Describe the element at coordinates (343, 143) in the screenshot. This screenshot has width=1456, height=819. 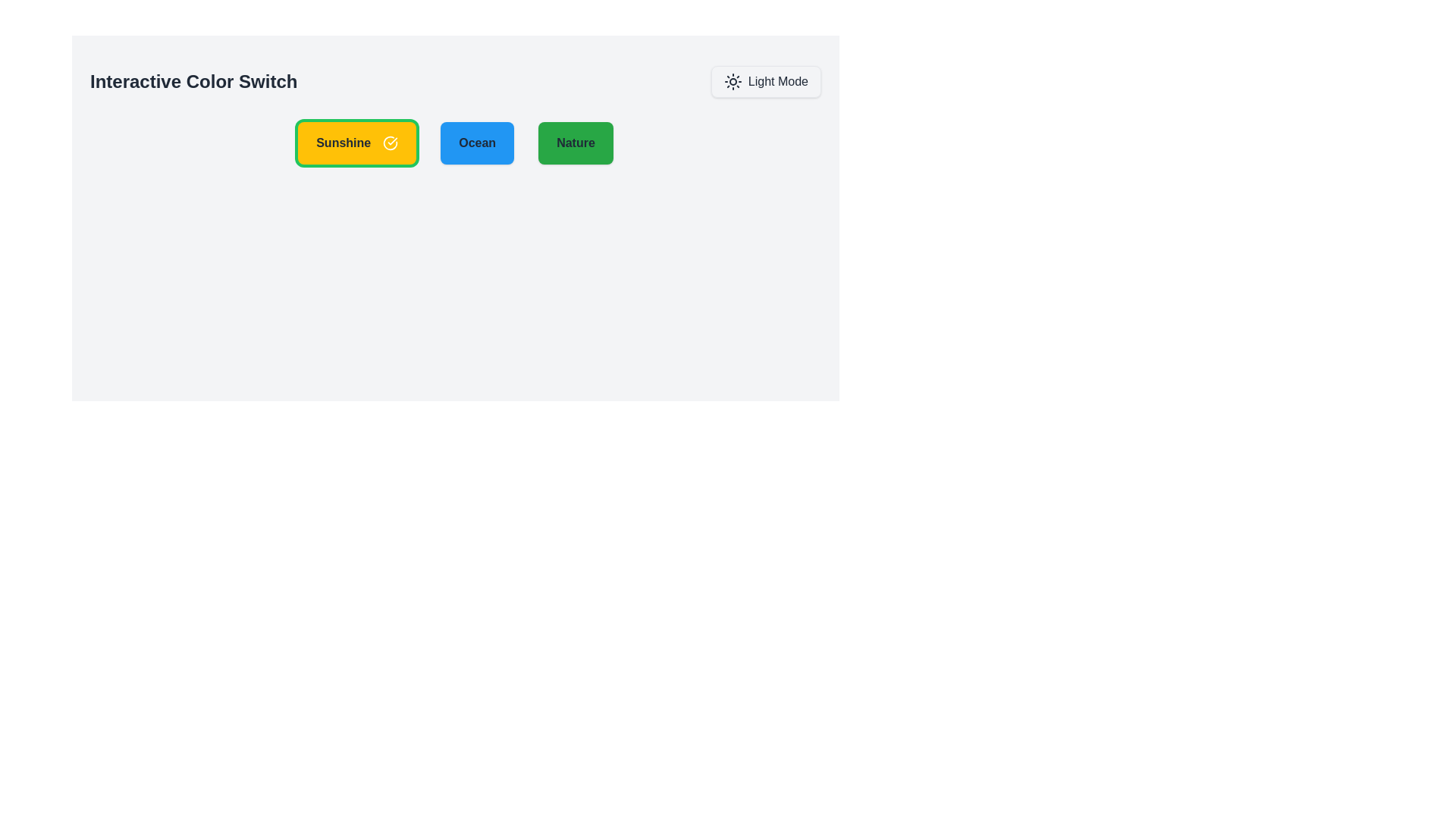
I see `the static text label indicating the current selection for the first button labeled 'Sunshine' in a horizontal list of buttons` at that location.